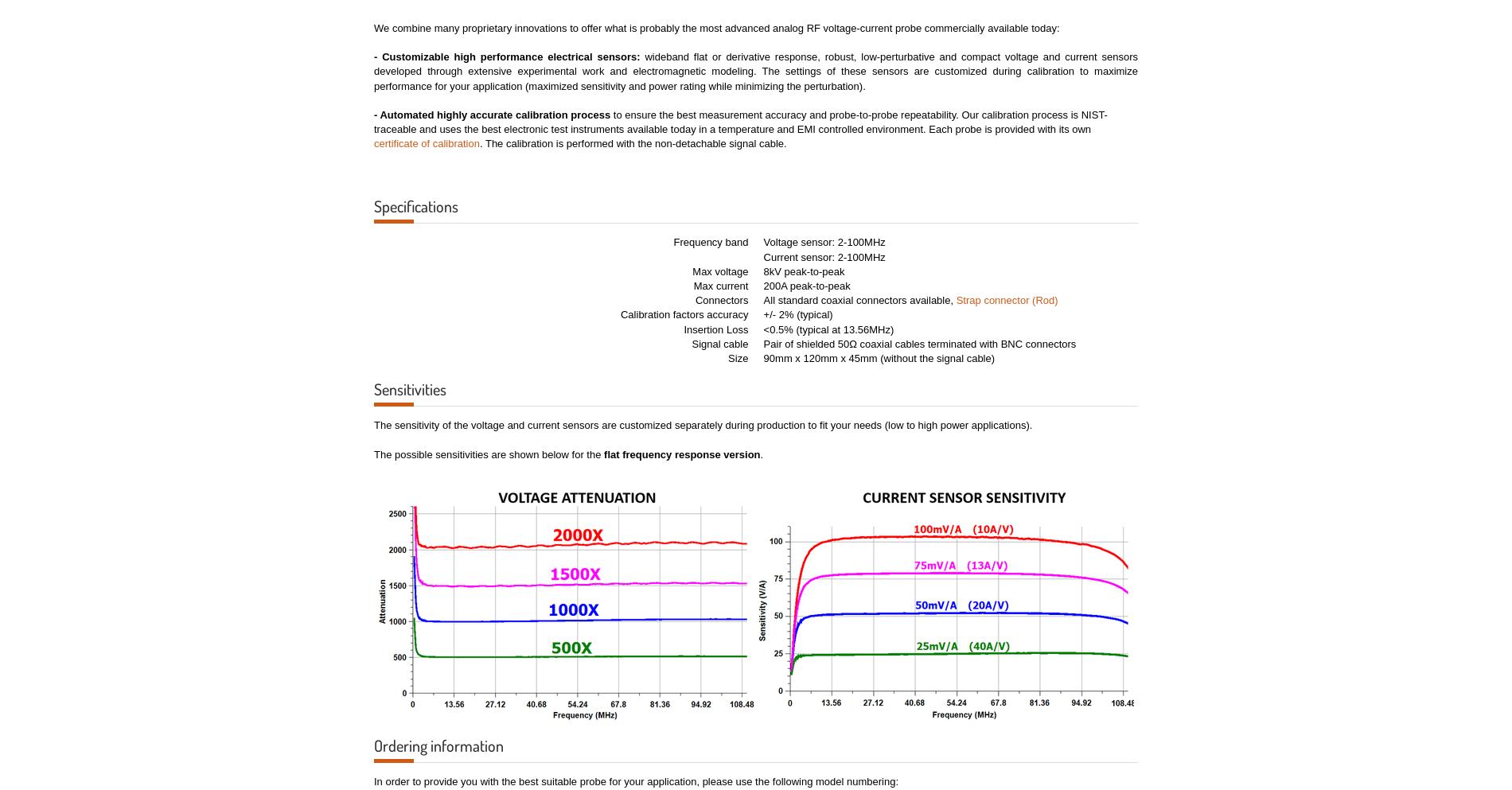  I want to click on '8kV peak-to-peak', so click(804, 270).